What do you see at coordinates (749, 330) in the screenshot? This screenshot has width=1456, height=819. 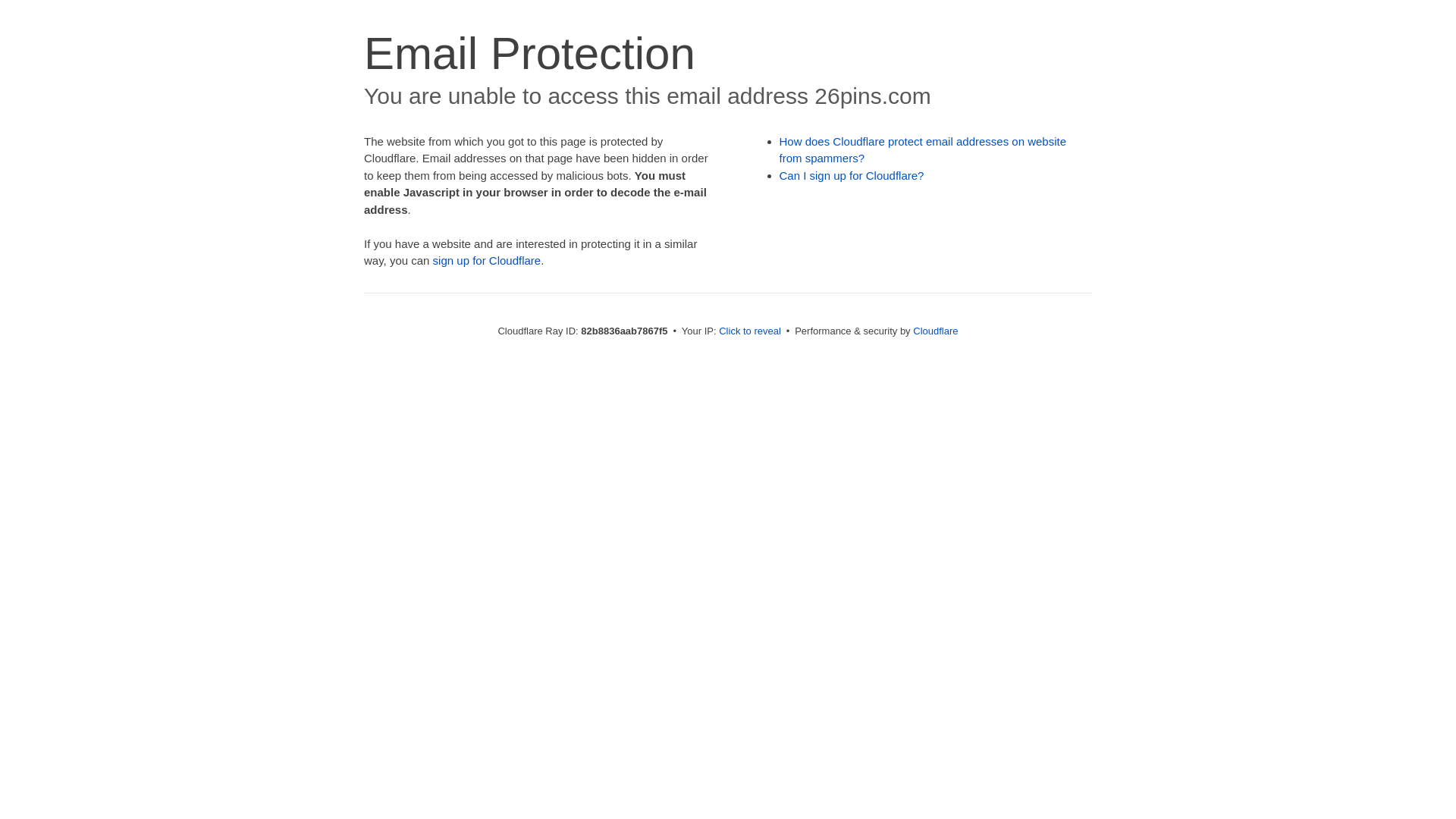 I see `'Click to reveal'` at bounding box center [749, 330].